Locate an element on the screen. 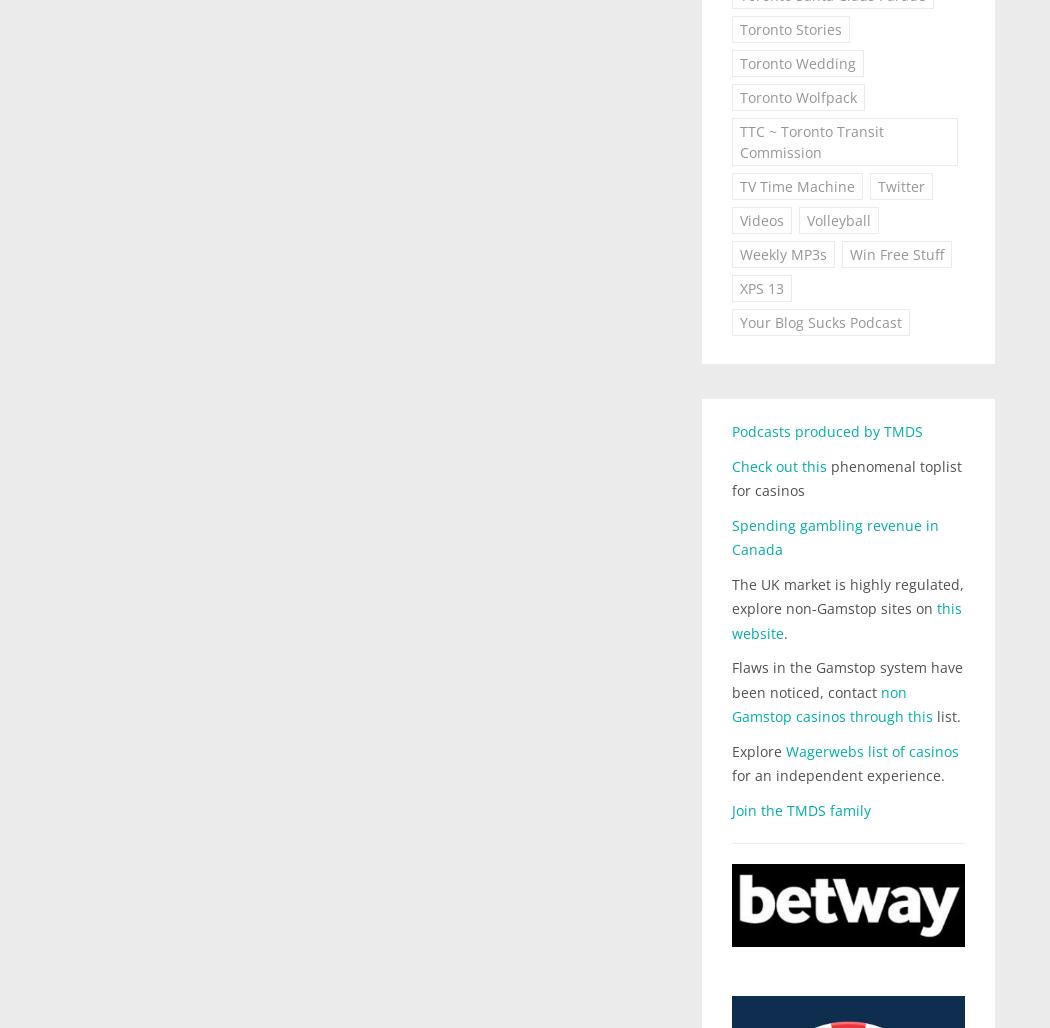  'Flaws in the Gamstop system have been noticed, contact' is located at coordinates (846, 679).